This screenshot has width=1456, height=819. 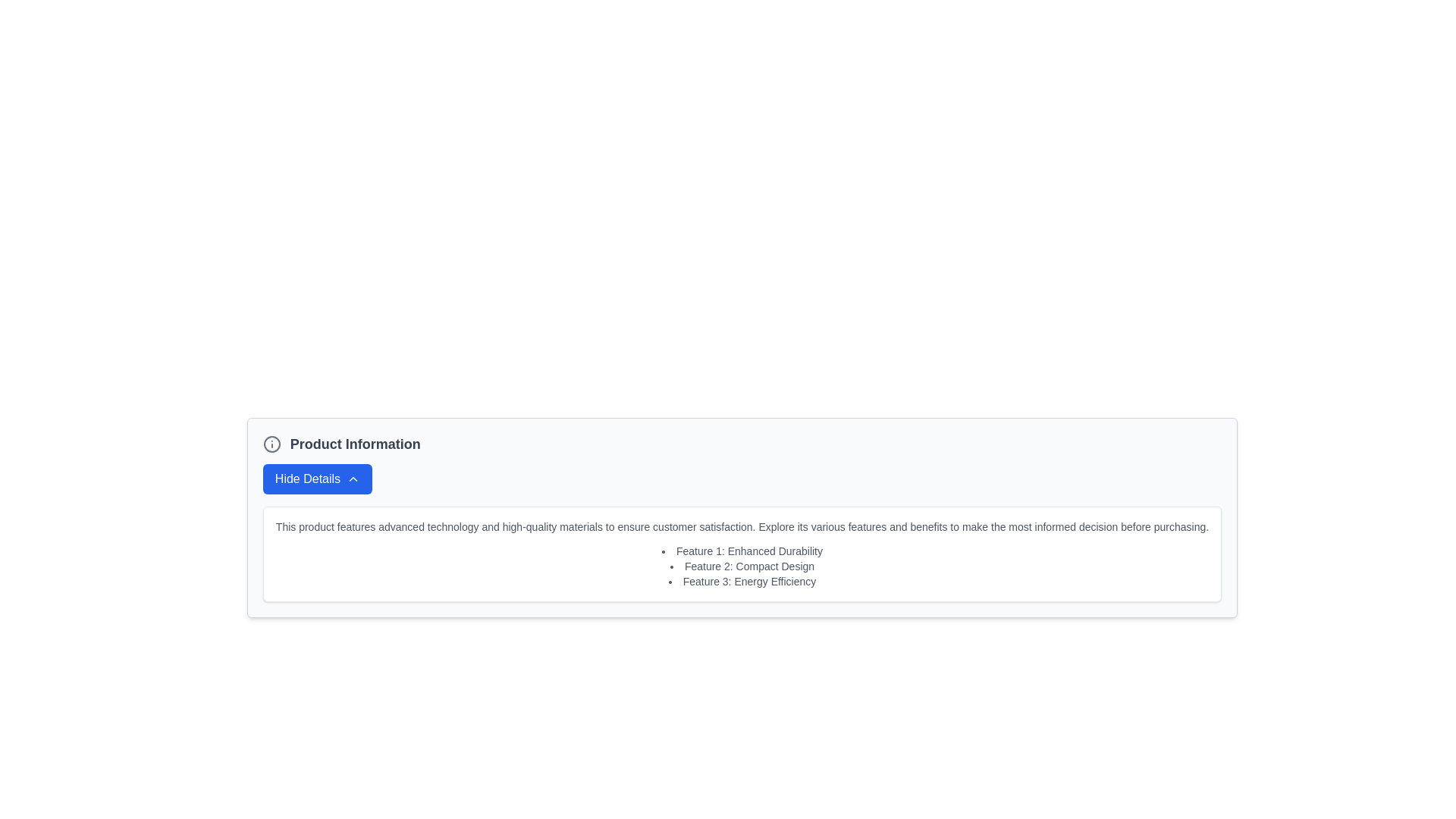 What do you see at coordinates (316, 479) in the screenshot?
I see `the button with a blue background and white text reading 'Hide Details' to observe the hover state change` at bounding box center [316, 479].